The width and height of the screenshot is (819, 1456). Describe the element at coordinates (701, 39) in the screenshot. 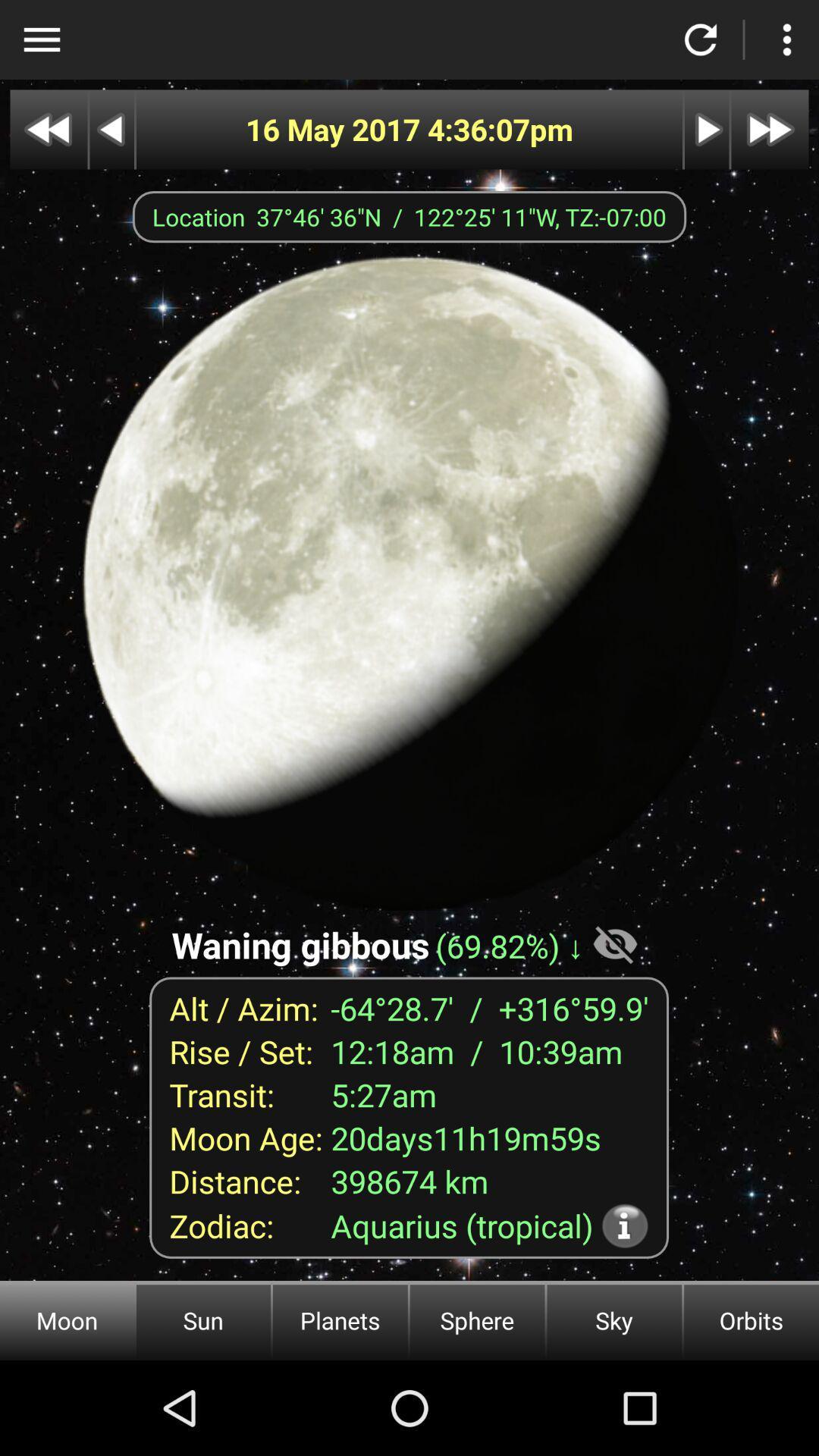

I see `refresh screen` at that location.